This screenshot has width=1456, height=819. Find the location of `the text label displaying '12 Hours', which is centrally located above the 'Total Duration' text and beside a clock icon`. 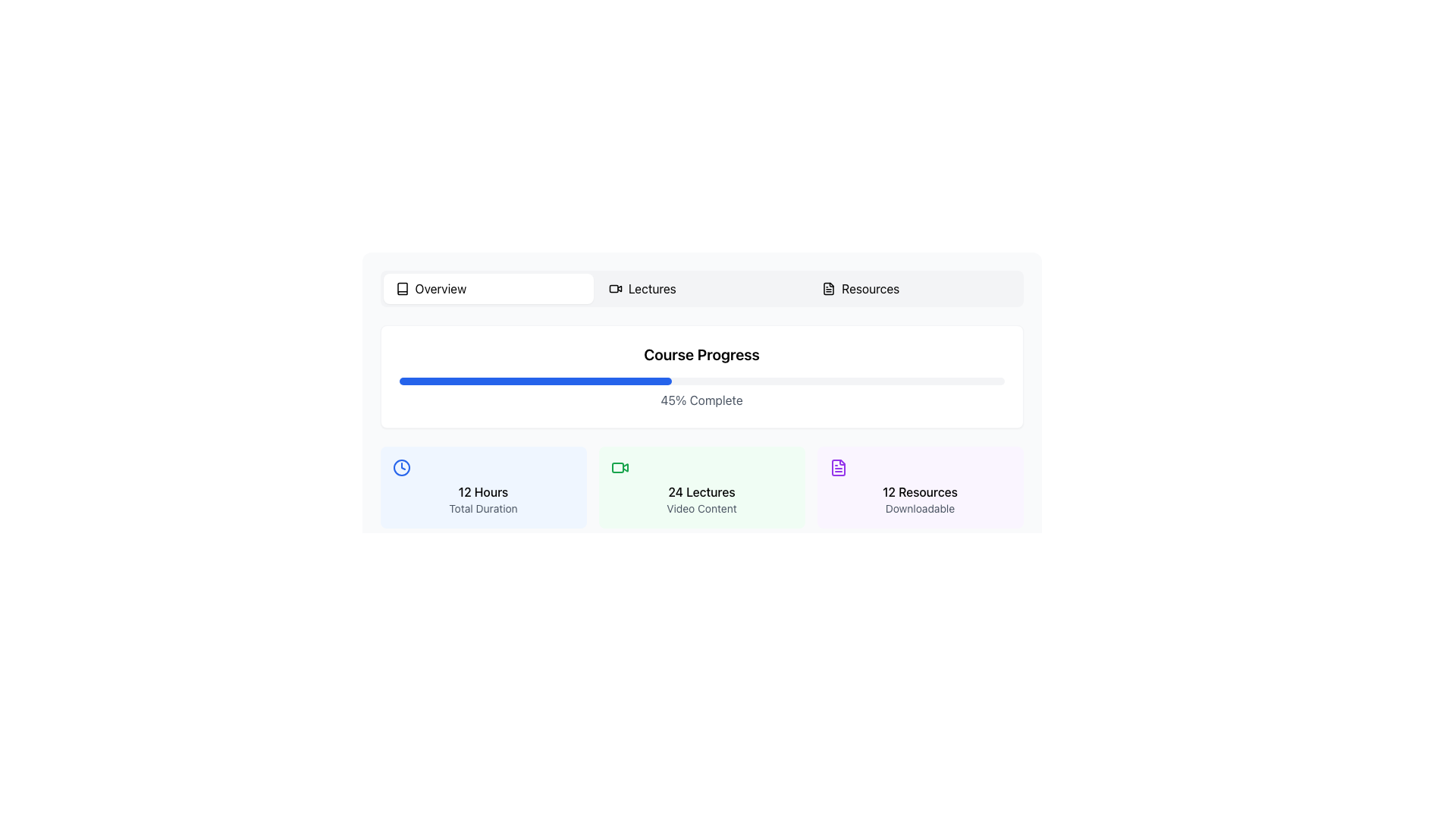

the text label displaying '12 Hours', which is centrally located above the 'Total Duration' text and beside a clock icon is located at coordinates (482, 491).